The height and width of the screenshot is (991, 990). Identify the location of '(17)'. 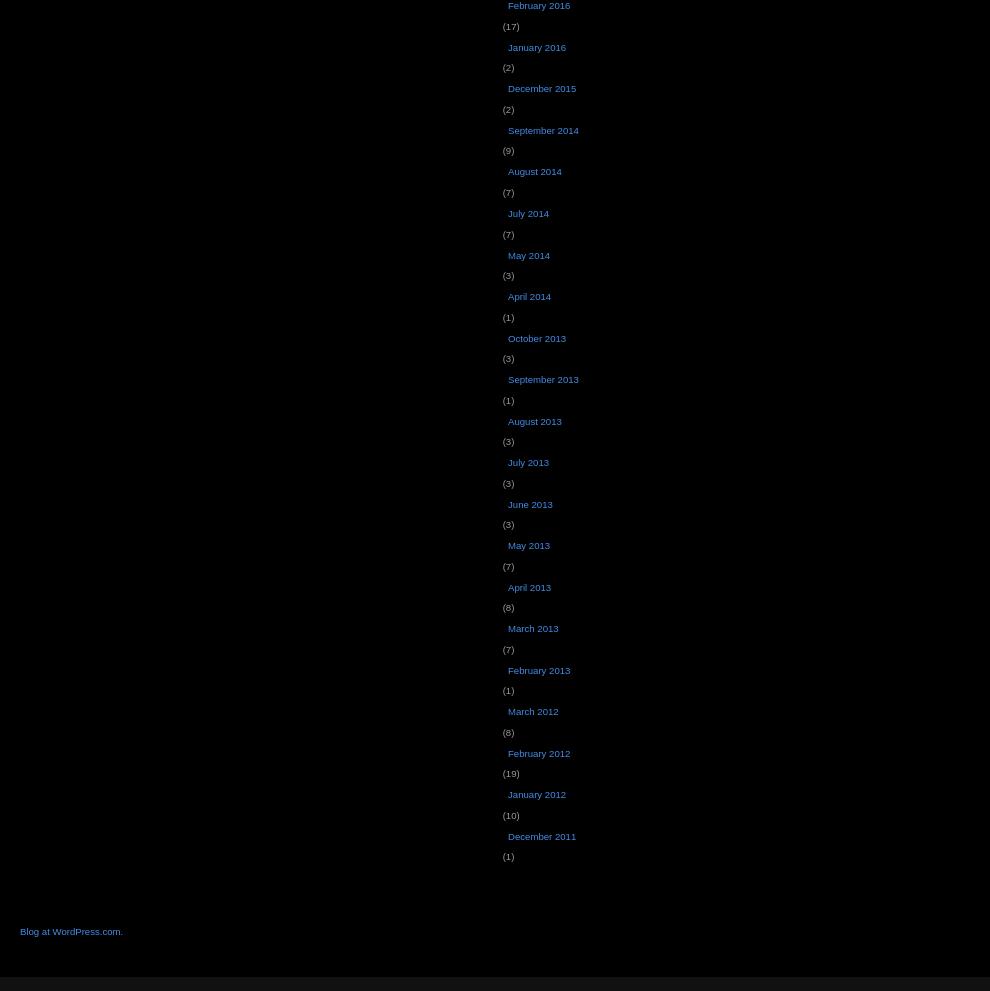
(508, 24).